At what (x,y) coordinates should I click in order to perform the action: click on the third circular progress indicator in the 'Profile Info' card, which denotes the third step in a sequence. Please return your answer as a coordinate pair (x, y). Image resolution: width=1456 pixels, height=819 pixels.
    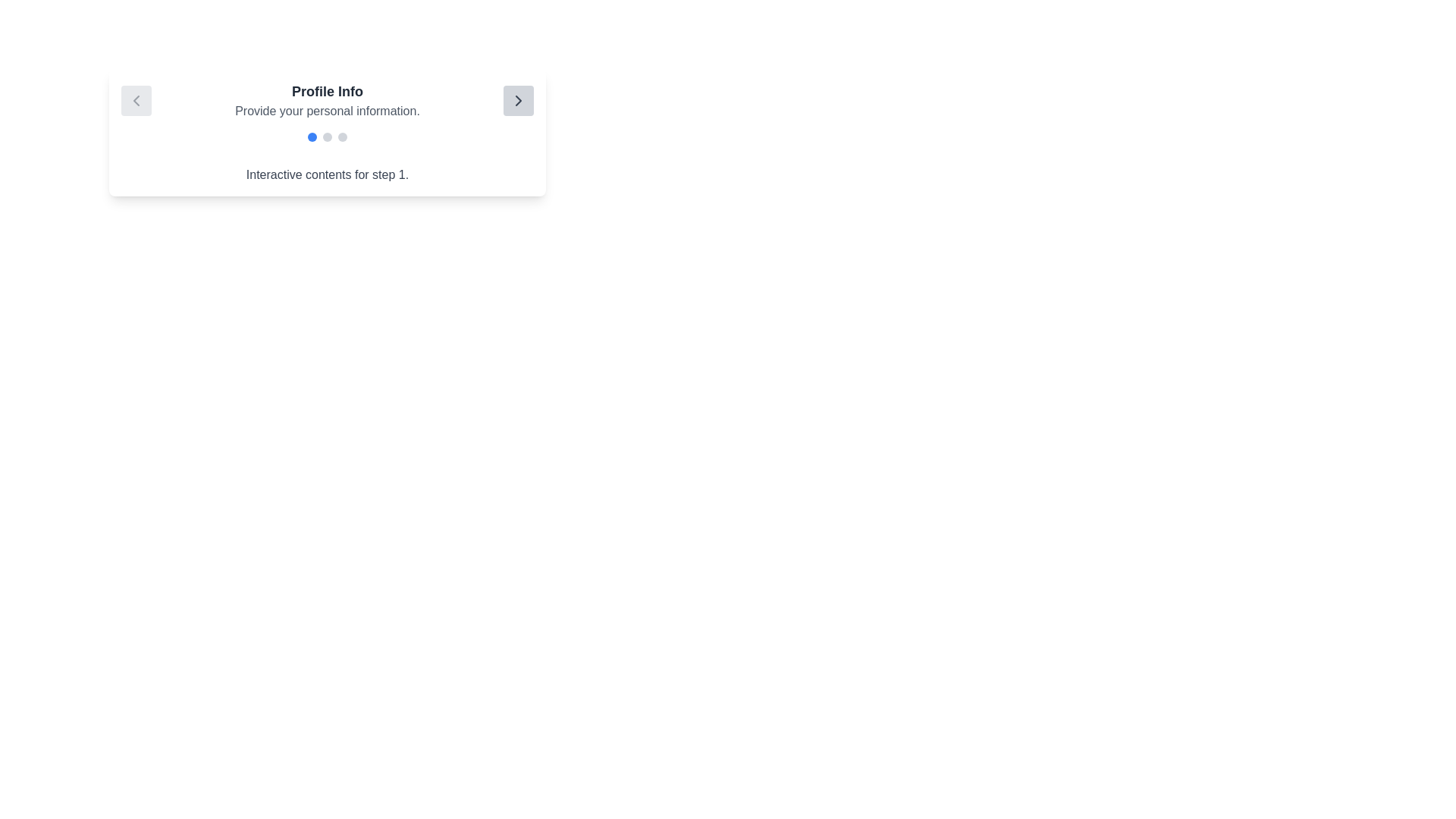
    Looking at the image, I should click on (341, 137).